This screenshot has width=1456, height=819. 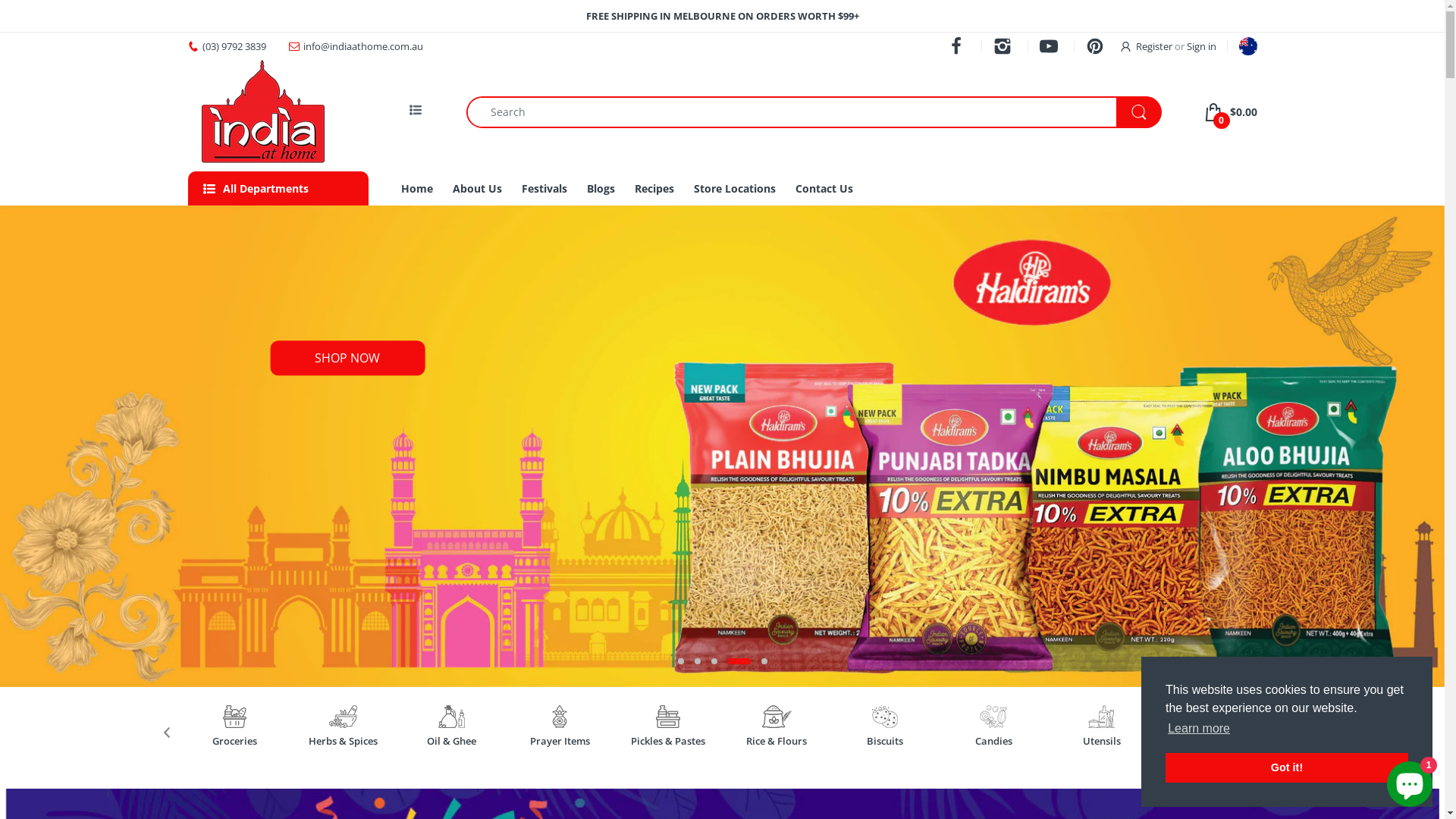 I want to click on 'Oil & Ghee', so click(x=413, y=740).